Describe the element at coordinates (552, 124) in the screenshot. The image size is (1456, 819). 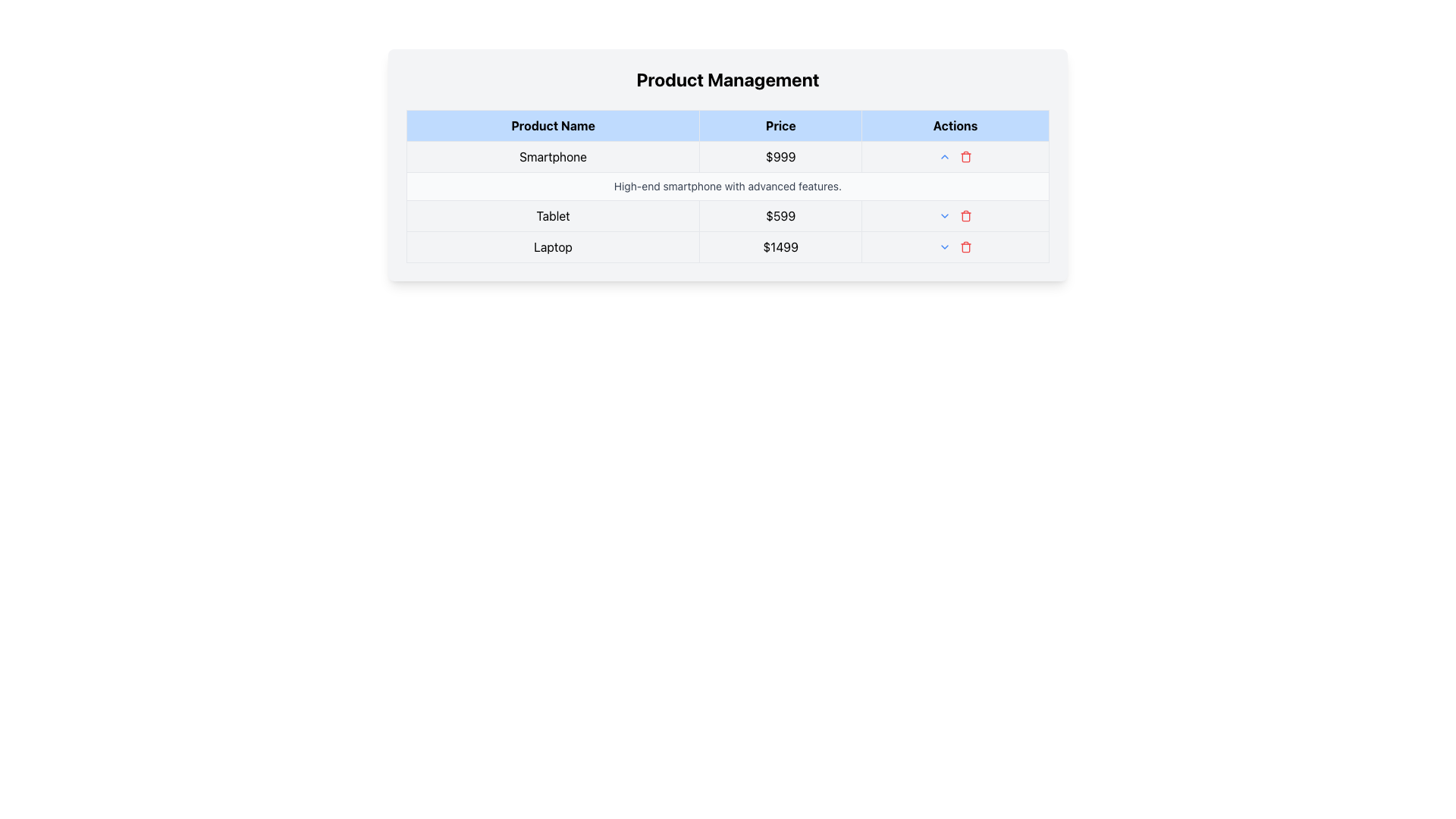
I see `the column header text 'Product Name' in the table header cell with a light blue background and bold black text` at that location.